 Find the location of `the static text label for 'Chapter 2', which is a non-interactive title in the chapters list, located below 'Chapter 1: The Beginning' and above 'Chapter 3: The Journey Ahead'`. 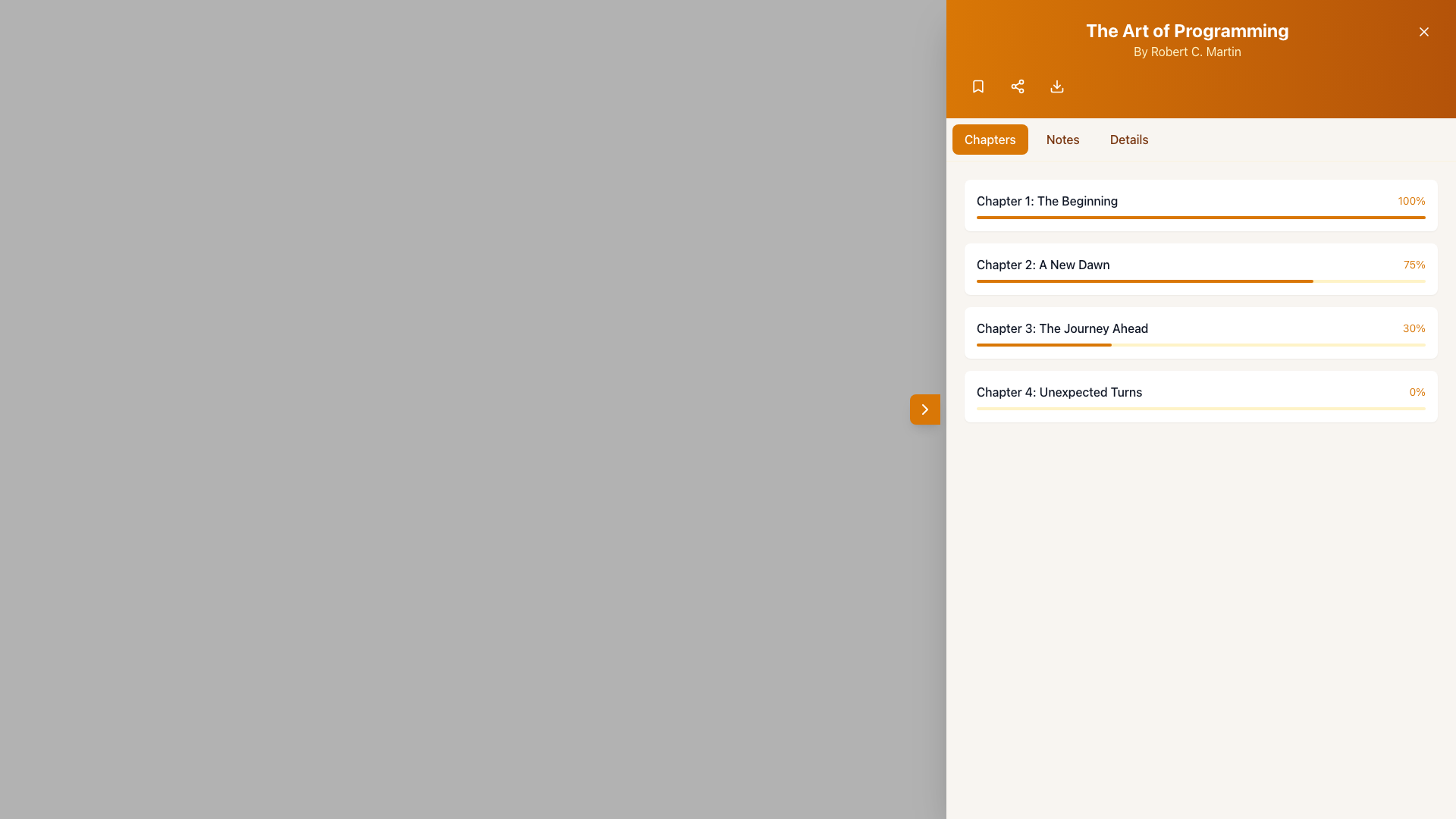

the static text label for 'Chapter 2', which is a non-interactive title in the chapters list, located below 'Chapter 1: The Beginning' and above 'Chapter 3: The Journey Ahead' is located at coordinates (1042, 263).